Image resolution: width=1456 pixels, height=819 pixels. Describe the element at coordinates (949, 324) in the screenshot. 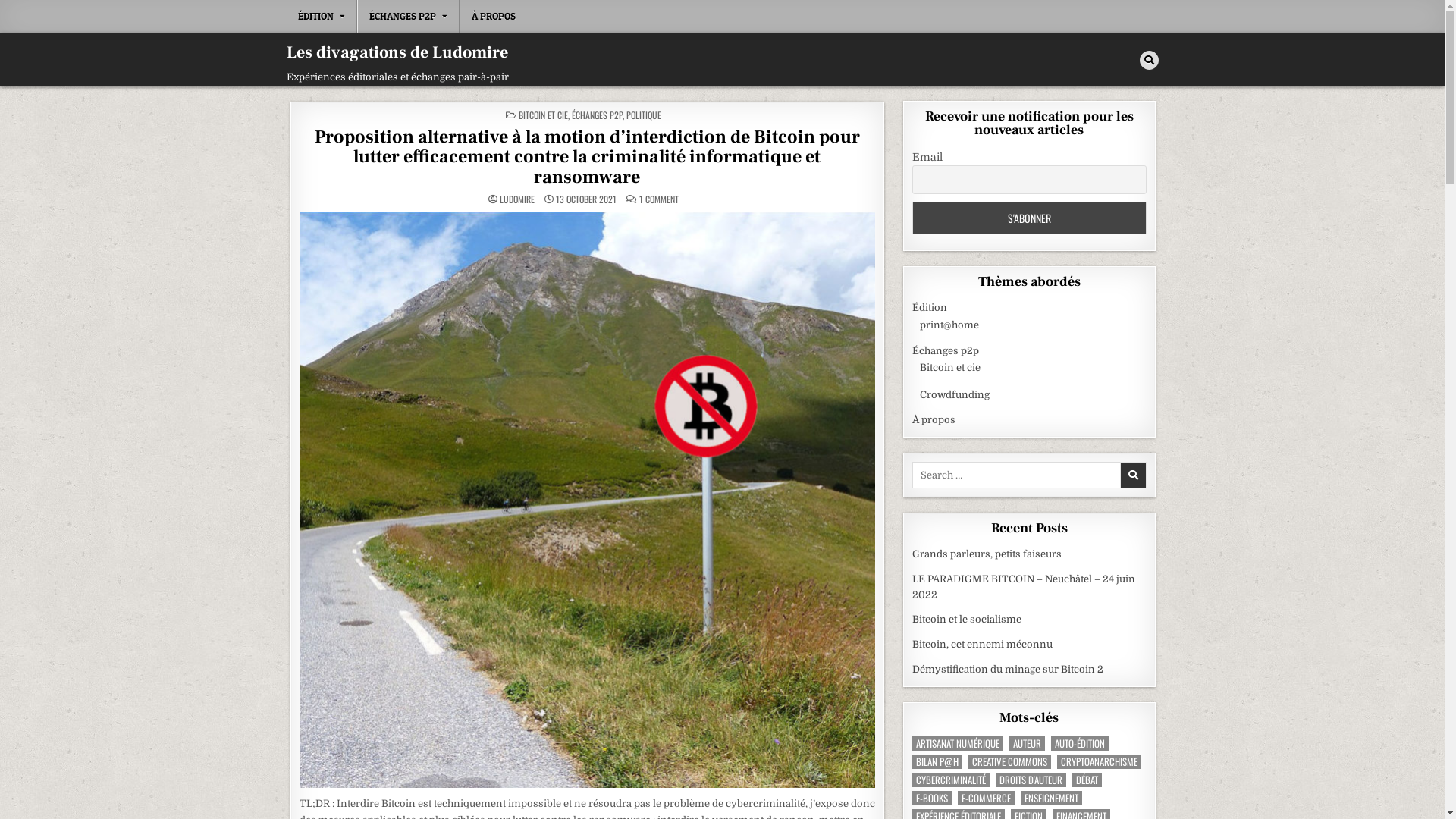

I see `'print@home'` at that location.